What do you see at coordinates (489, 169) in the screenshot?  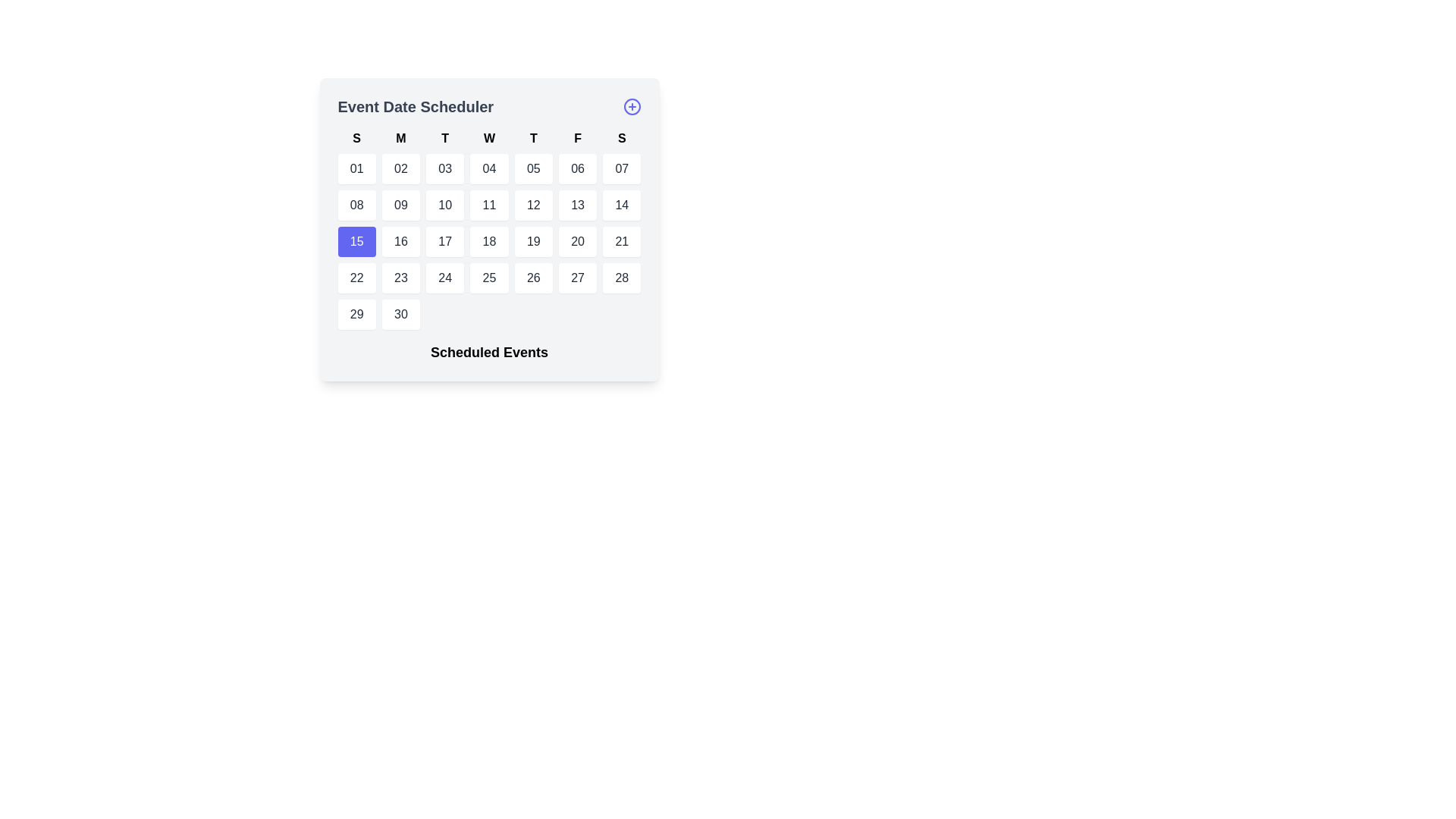 I see `the date button representing '04' in the calendar interface located in the fourth column of the second row, directly below the 'W' header for Wednesday` at bounding box center [489, 169].